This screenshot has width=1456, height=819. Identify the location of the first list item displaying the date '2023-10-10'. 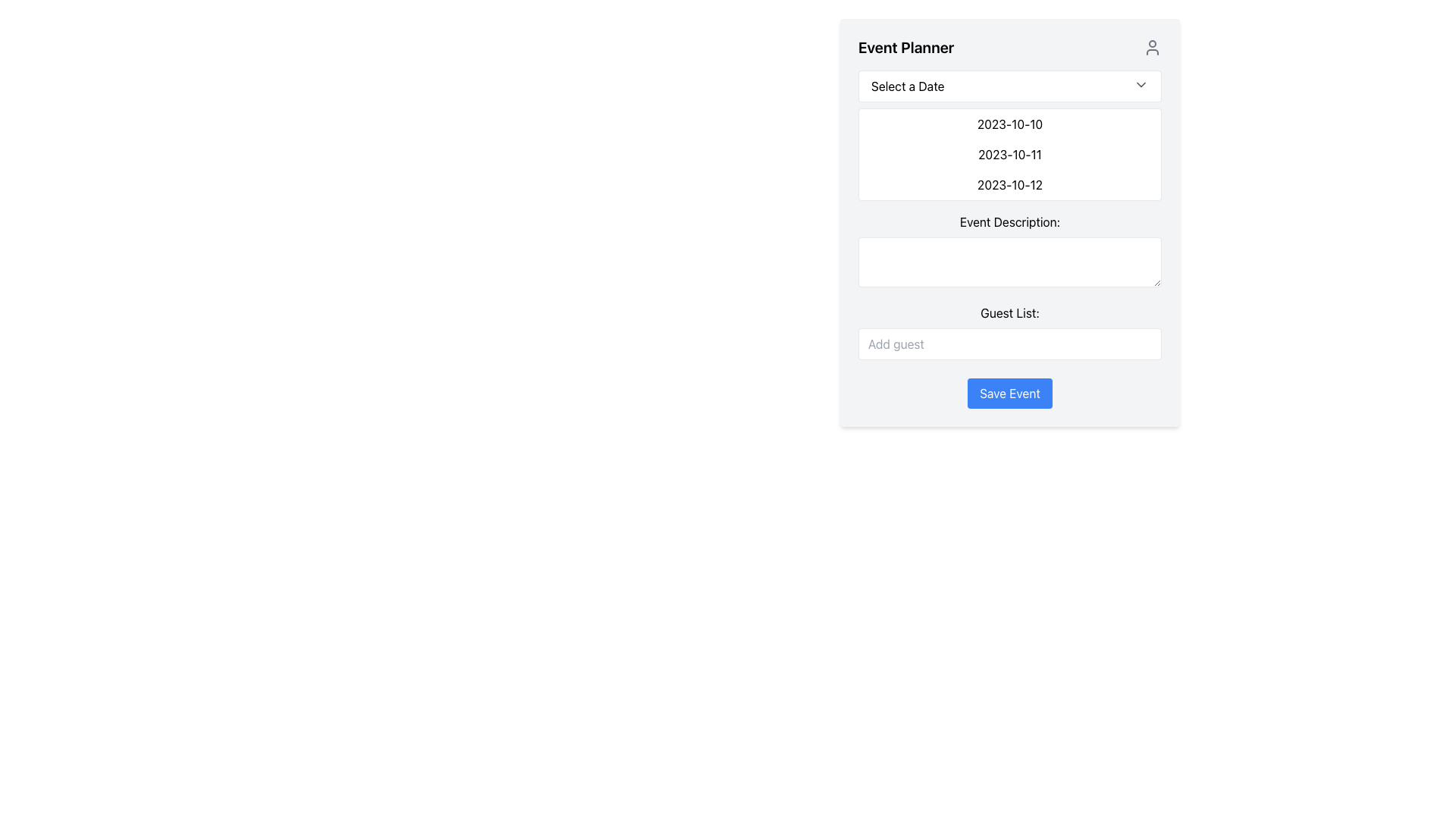
(1009, 124).